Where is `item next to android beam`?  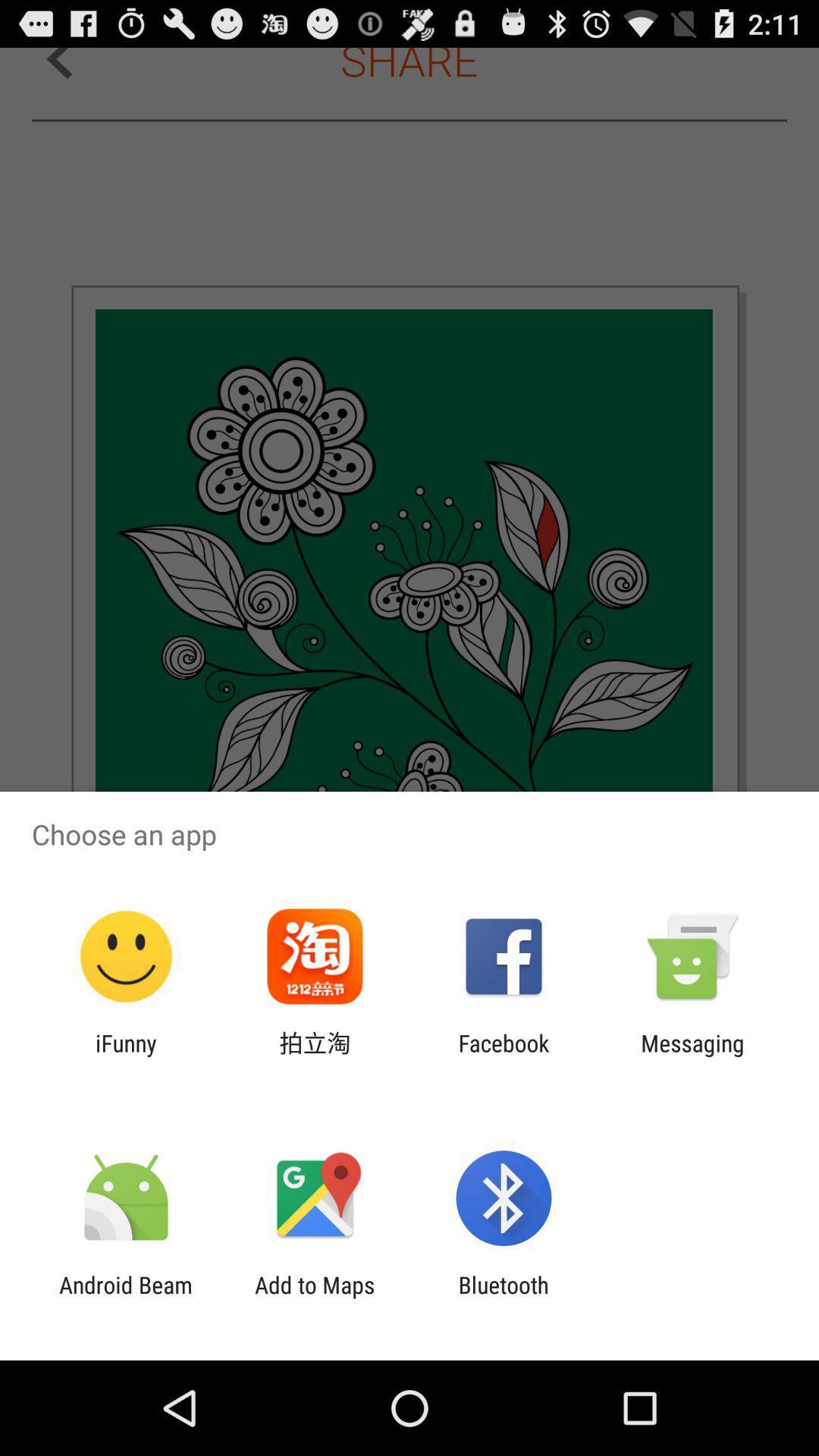
item next to android beam is located at coordinates (314, 1298).